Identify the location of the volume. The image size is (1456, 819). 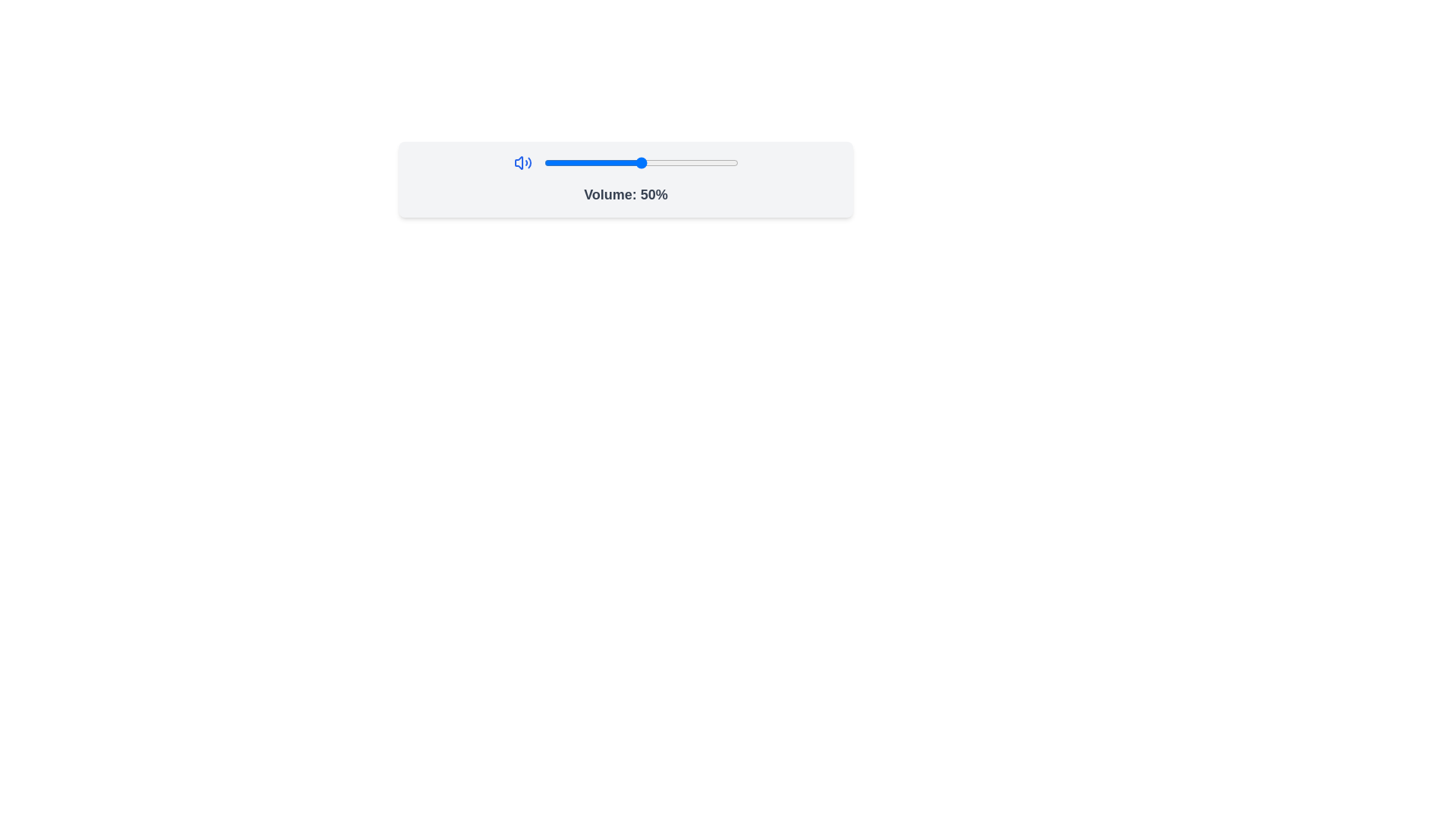
(620, 163).